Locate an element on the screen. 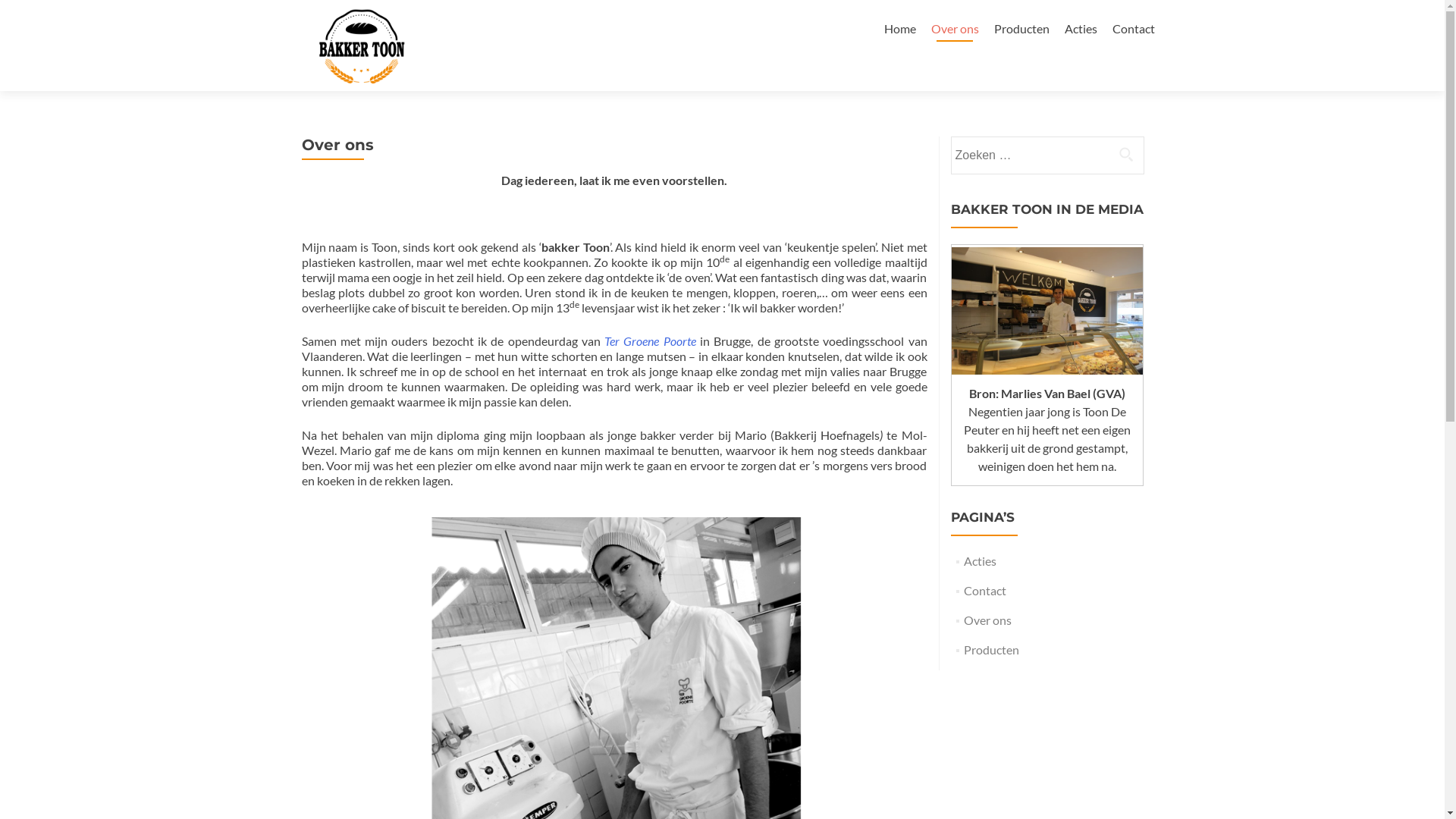 The image size is (1456, 819). 'Bakker Toon' is located at coordinates (361, 29).